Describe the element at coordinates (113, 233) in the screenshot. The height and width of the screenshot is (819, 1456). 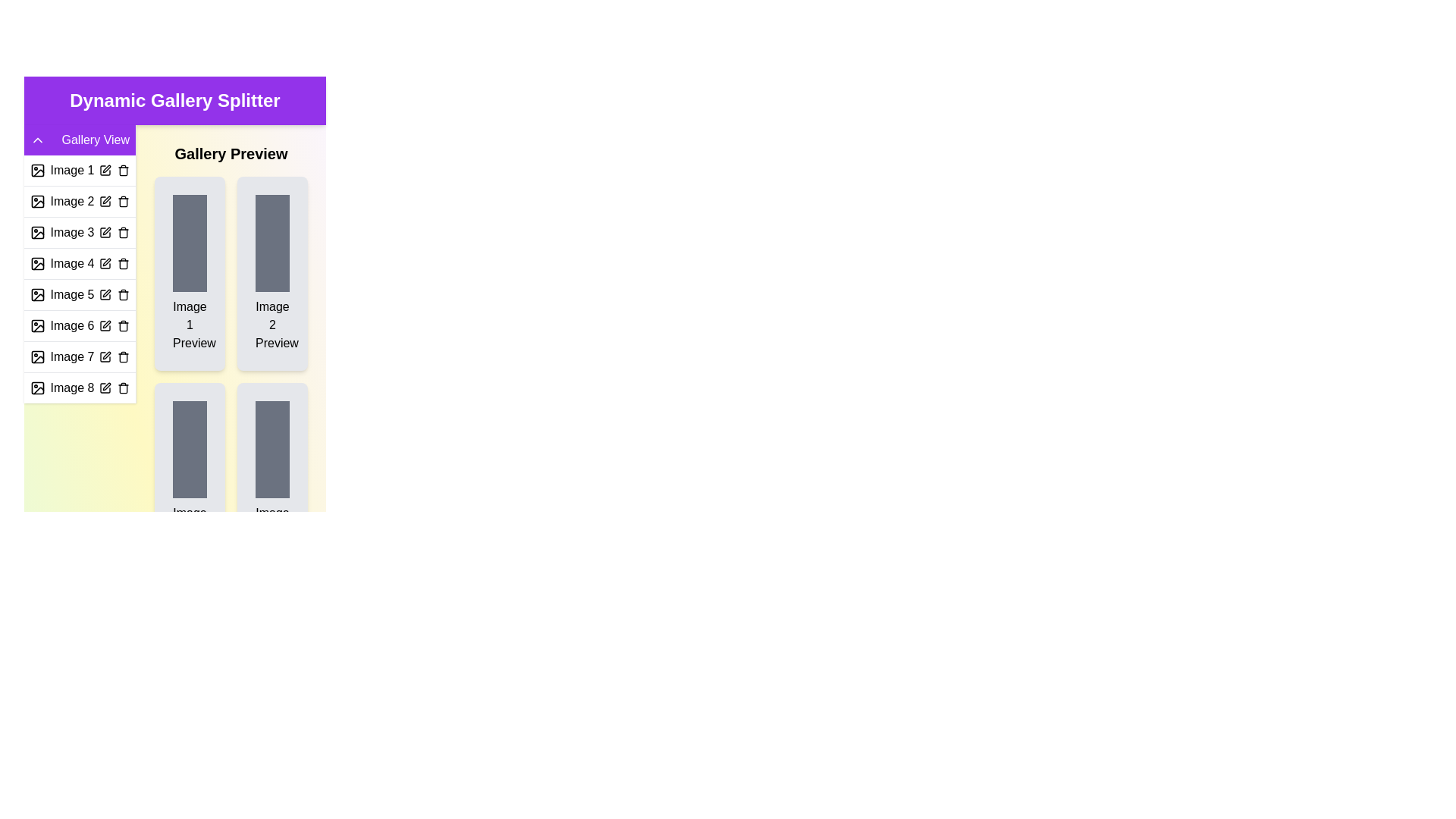
I see `the pencil icon in the interactive icon buttons group located next to the 'Image 3' label in the 'Gallery View' section` at that location.